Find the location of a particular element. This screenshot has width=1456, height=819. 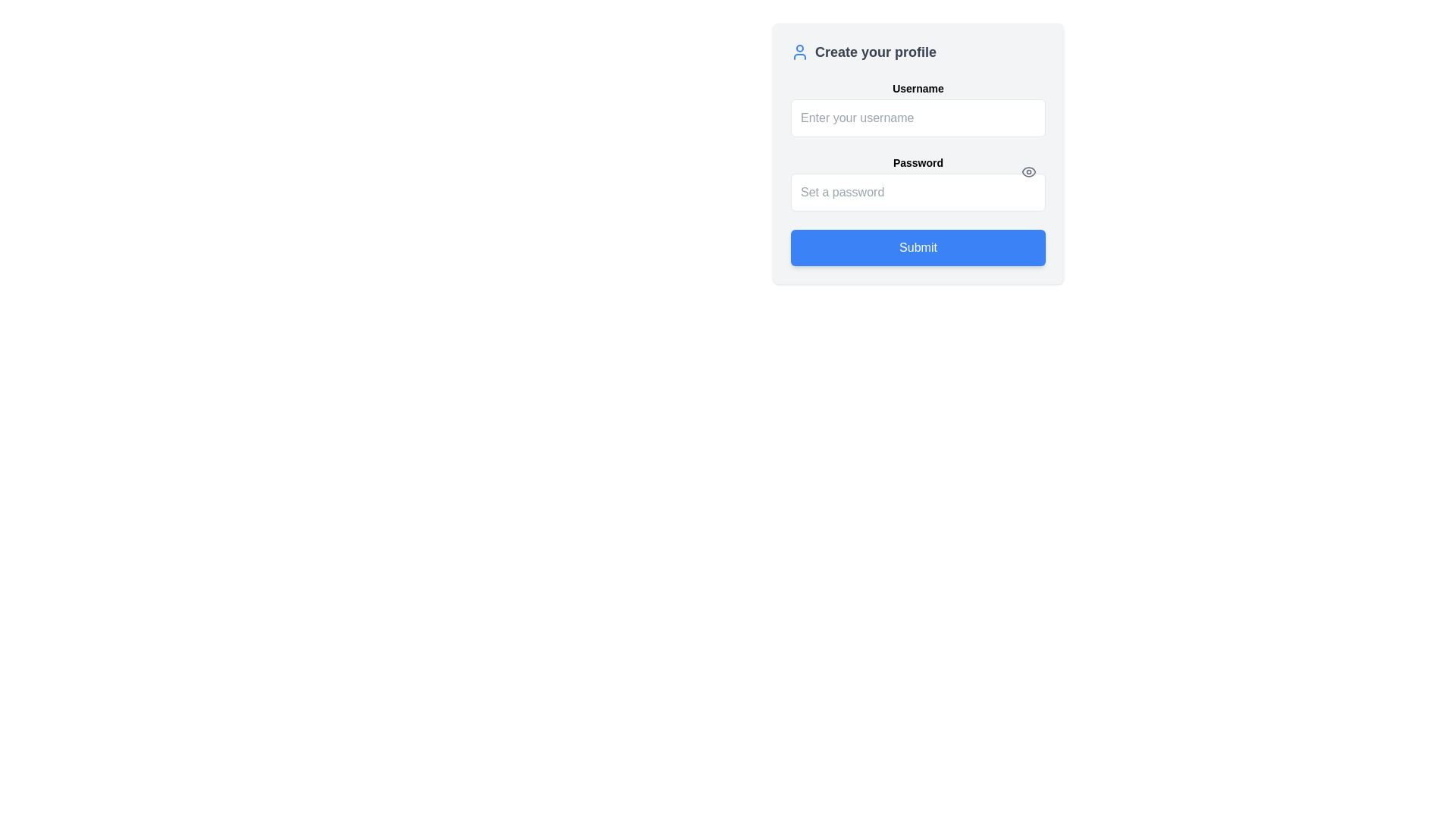

the password visibility toggle button located at the right end of the 'Password' input field is located at coordinates (1029, 171).